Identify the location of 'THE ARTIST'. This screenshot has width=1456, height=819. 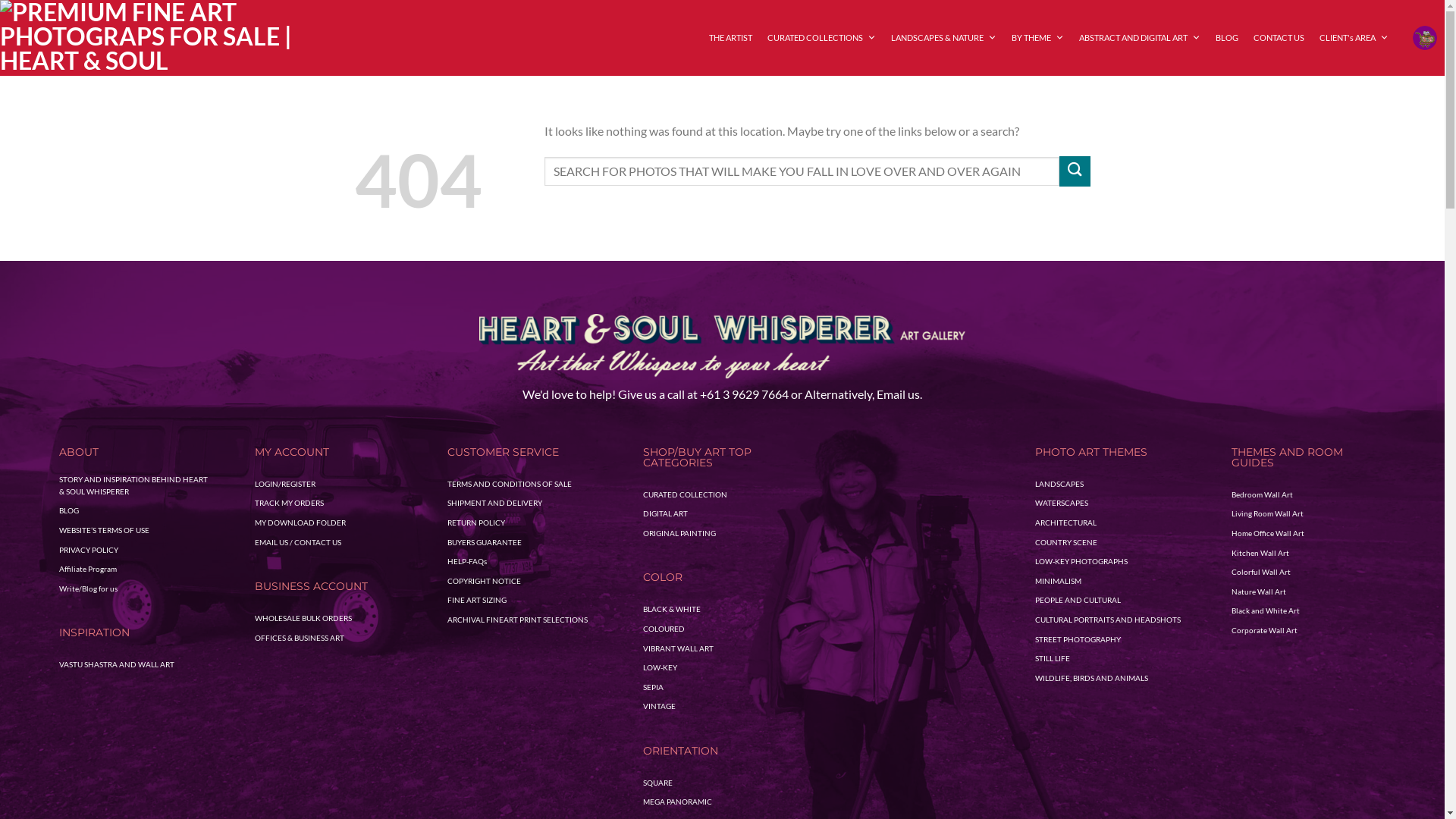
(730, 37).